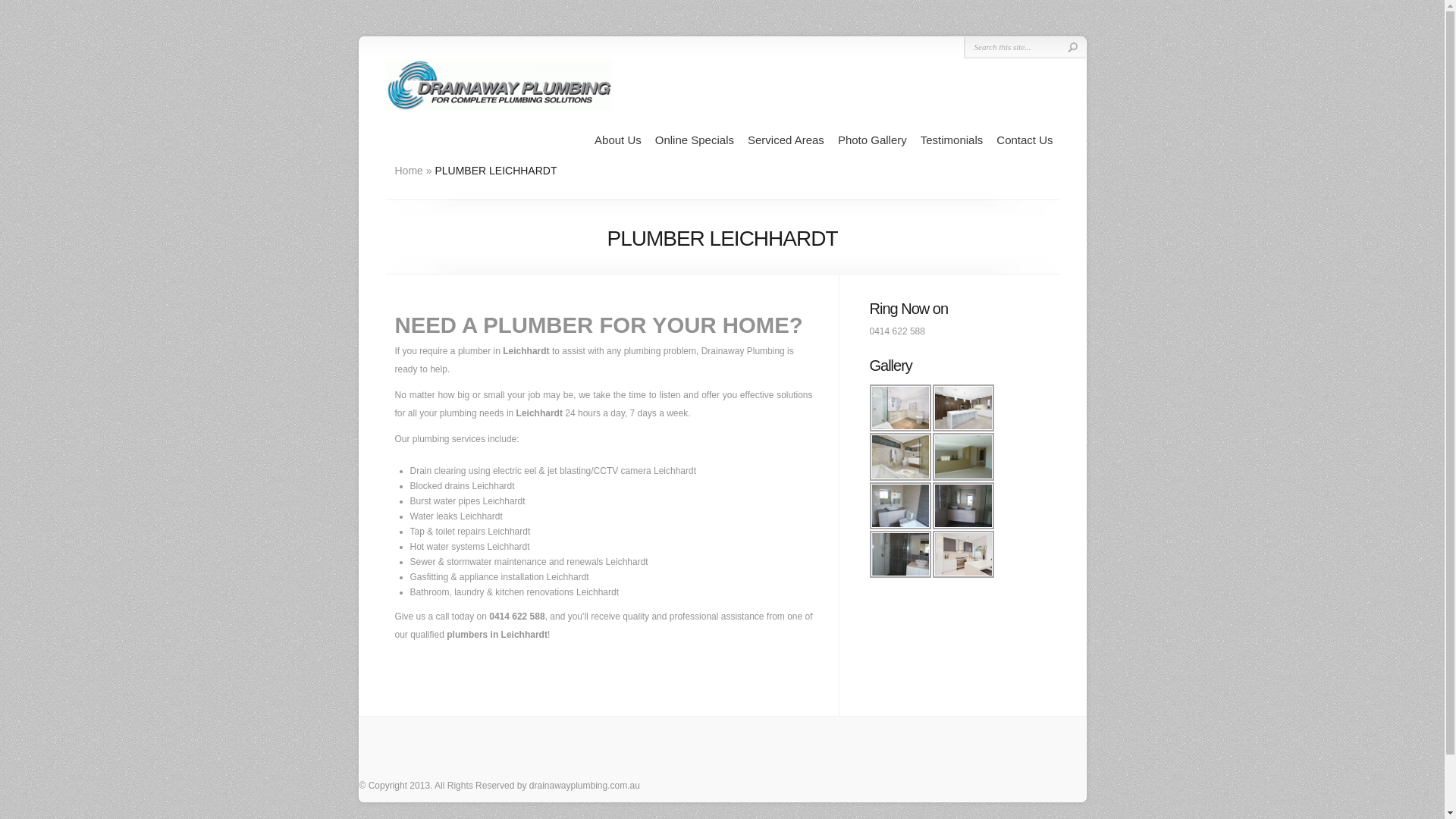  Describe the element at coordinates (962, 455) in the screenshot. I see `'p1000432'` at that location.